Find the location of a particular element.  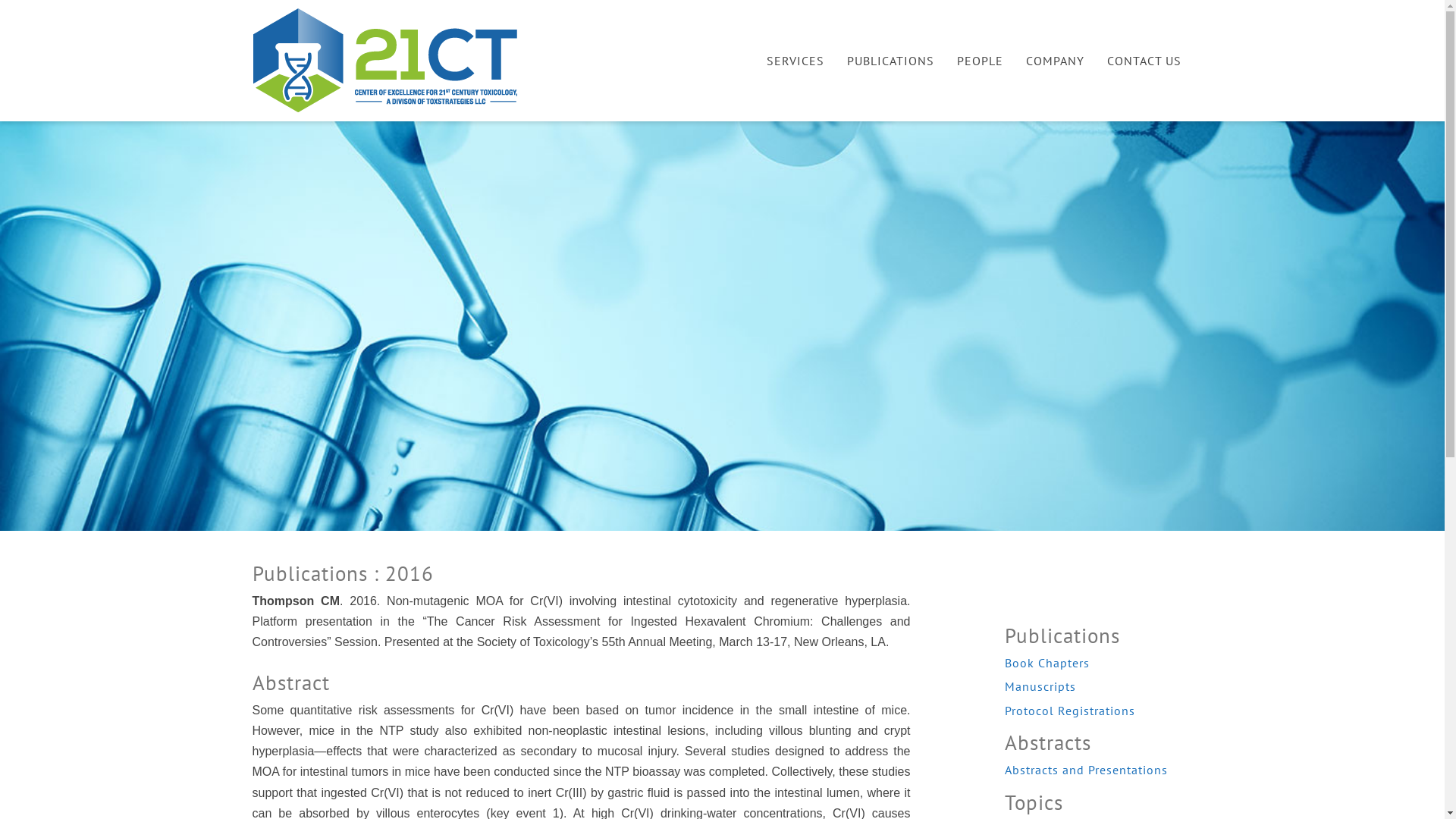

'PUBLICATIONS' is located at coordinates (890, 60).